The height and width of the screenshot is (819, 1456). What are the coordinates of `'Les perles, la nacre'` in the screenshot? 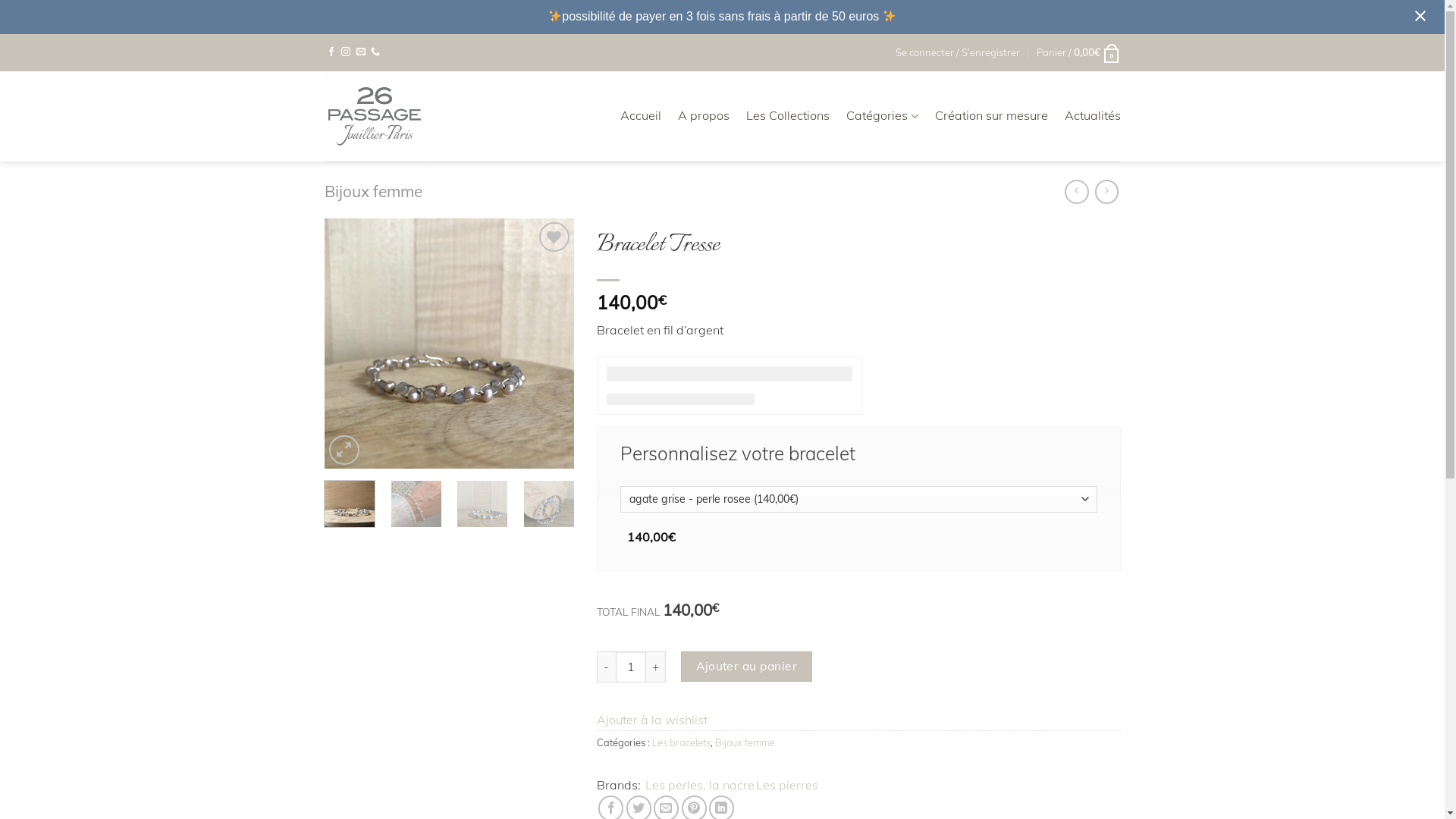 It's located at (645, 785).